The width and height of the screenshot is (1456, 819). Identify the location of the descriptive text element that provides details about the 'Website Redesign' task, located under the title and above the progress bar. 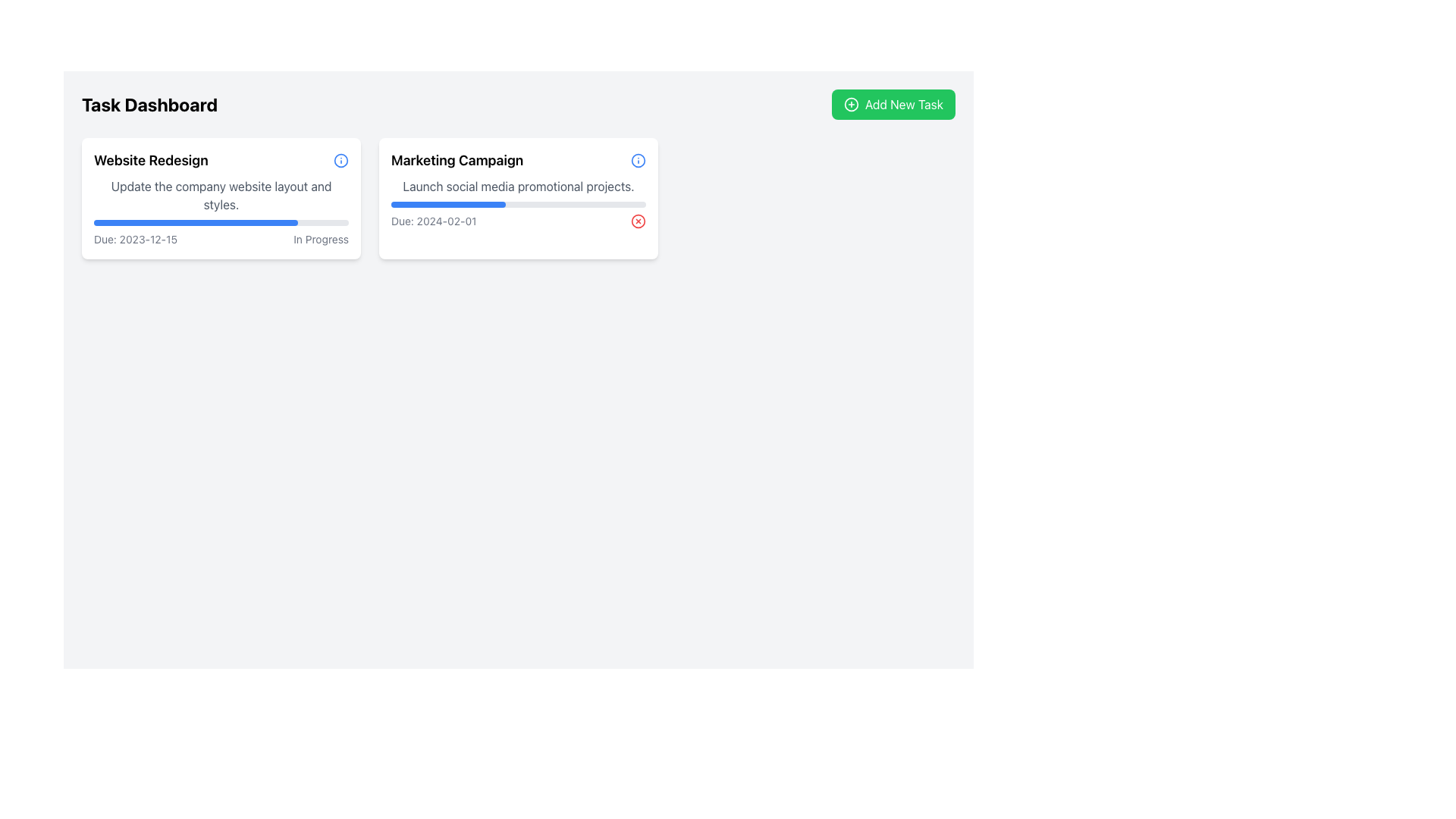
(221, 195).